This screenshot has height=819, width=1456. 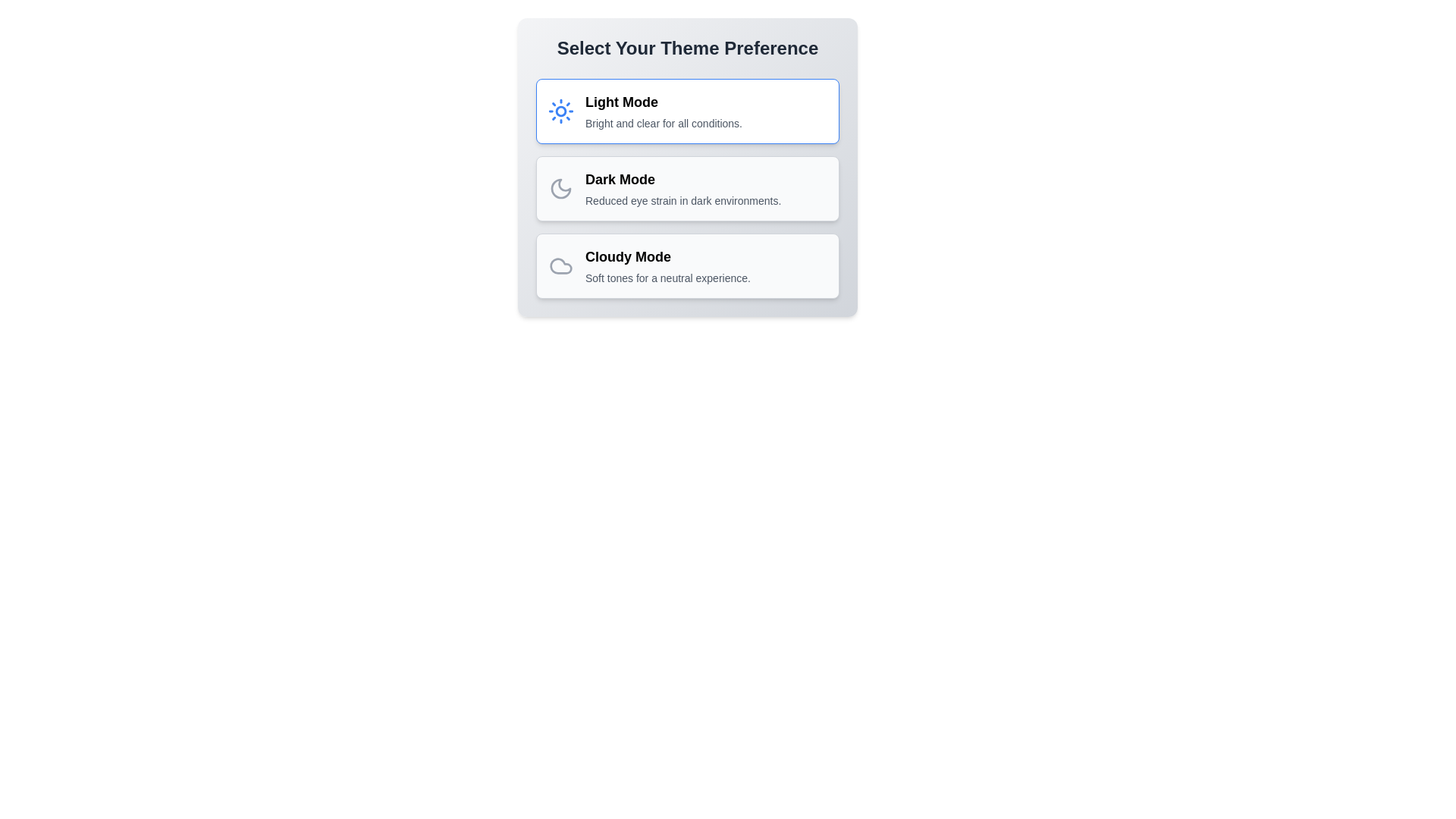 What do you see at coordinates (560, 265) in the screenshot?
I see `the cloud icon in the 'Cloudy Mode' section of the theme selector, which is a gray, rounded vector graphic resembling a cloud` at bounding box center [560, 265].